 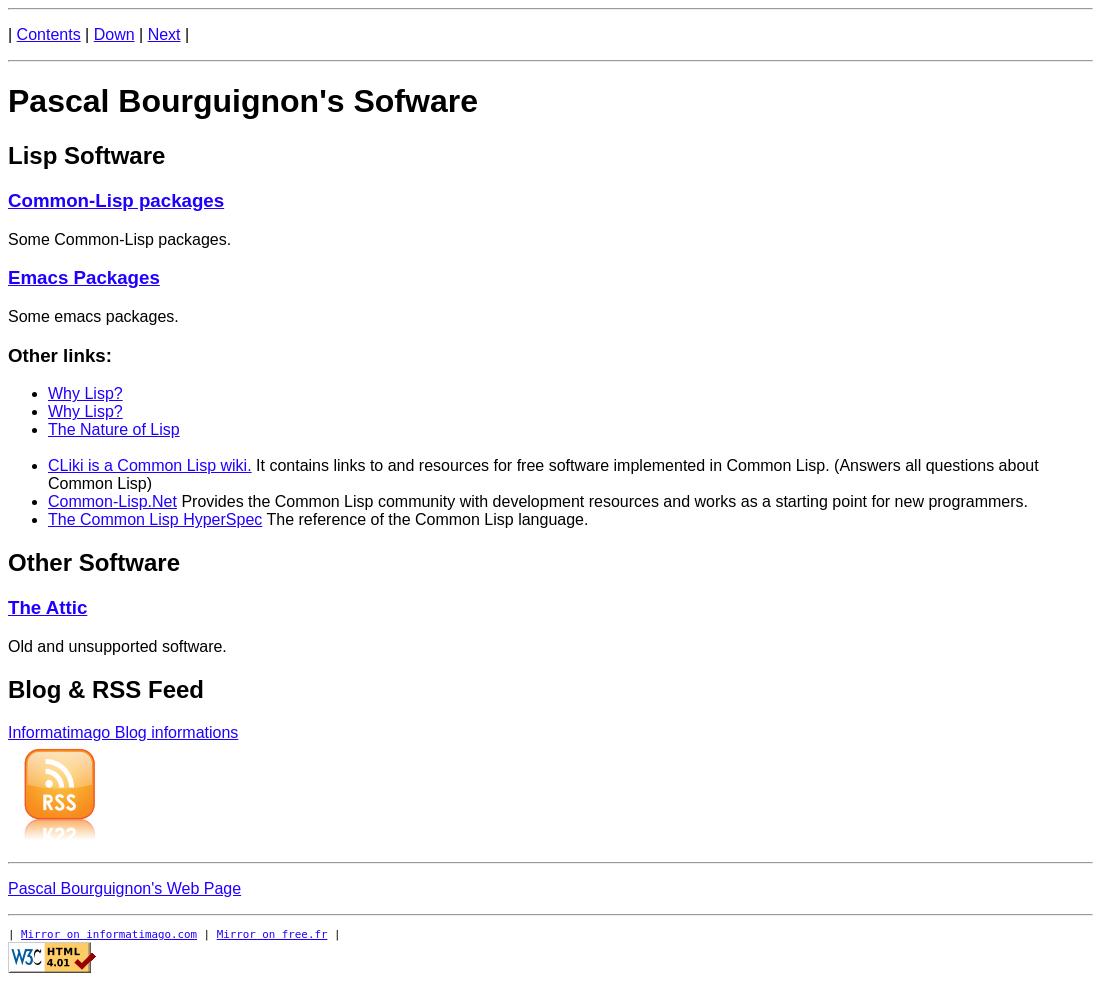 I want to click on 'Some emacs packages.', so click(x=93, y=314).